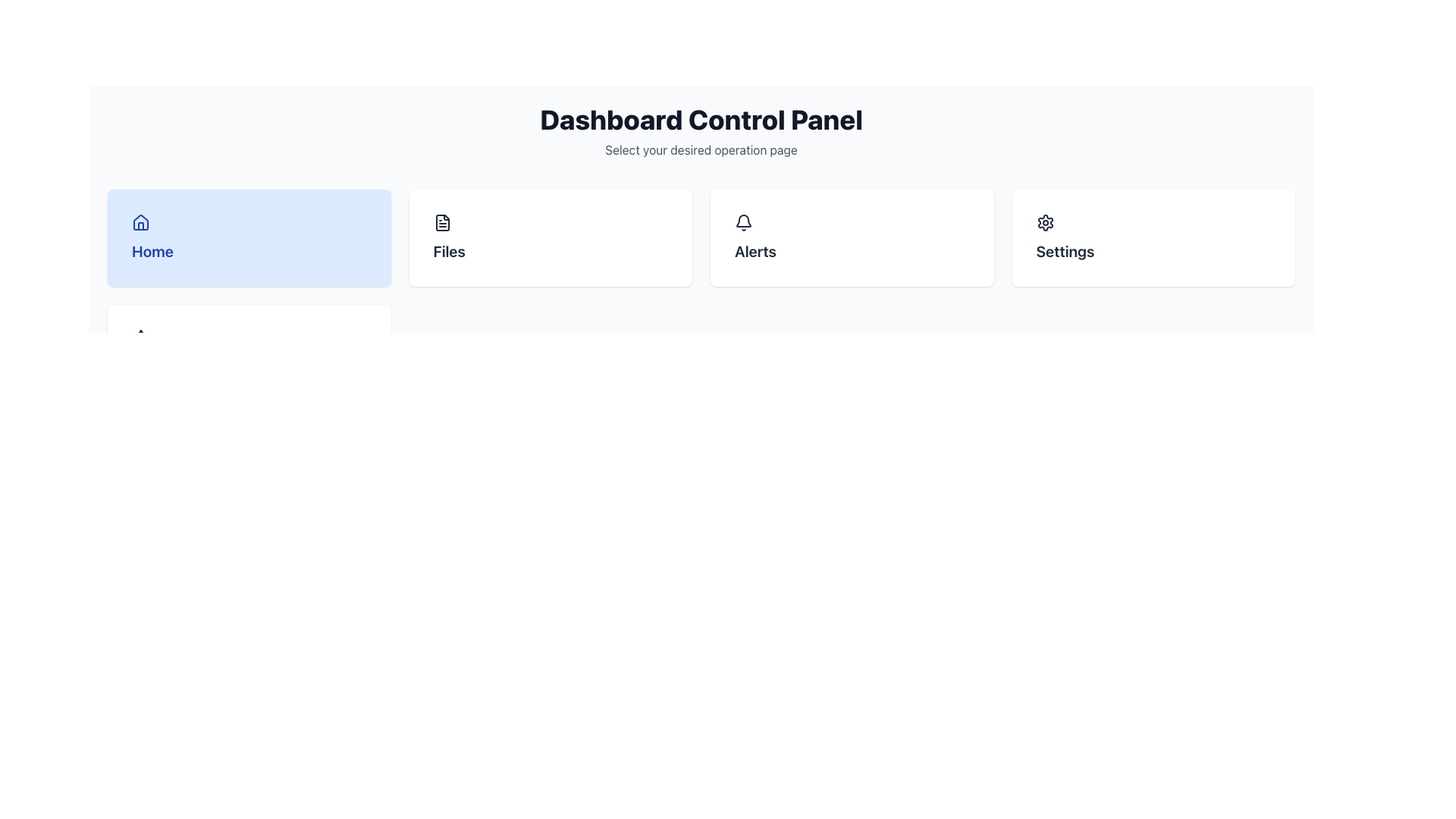  I want to click on the 'Home' button located at the top left of the interface, so click(249, 237).